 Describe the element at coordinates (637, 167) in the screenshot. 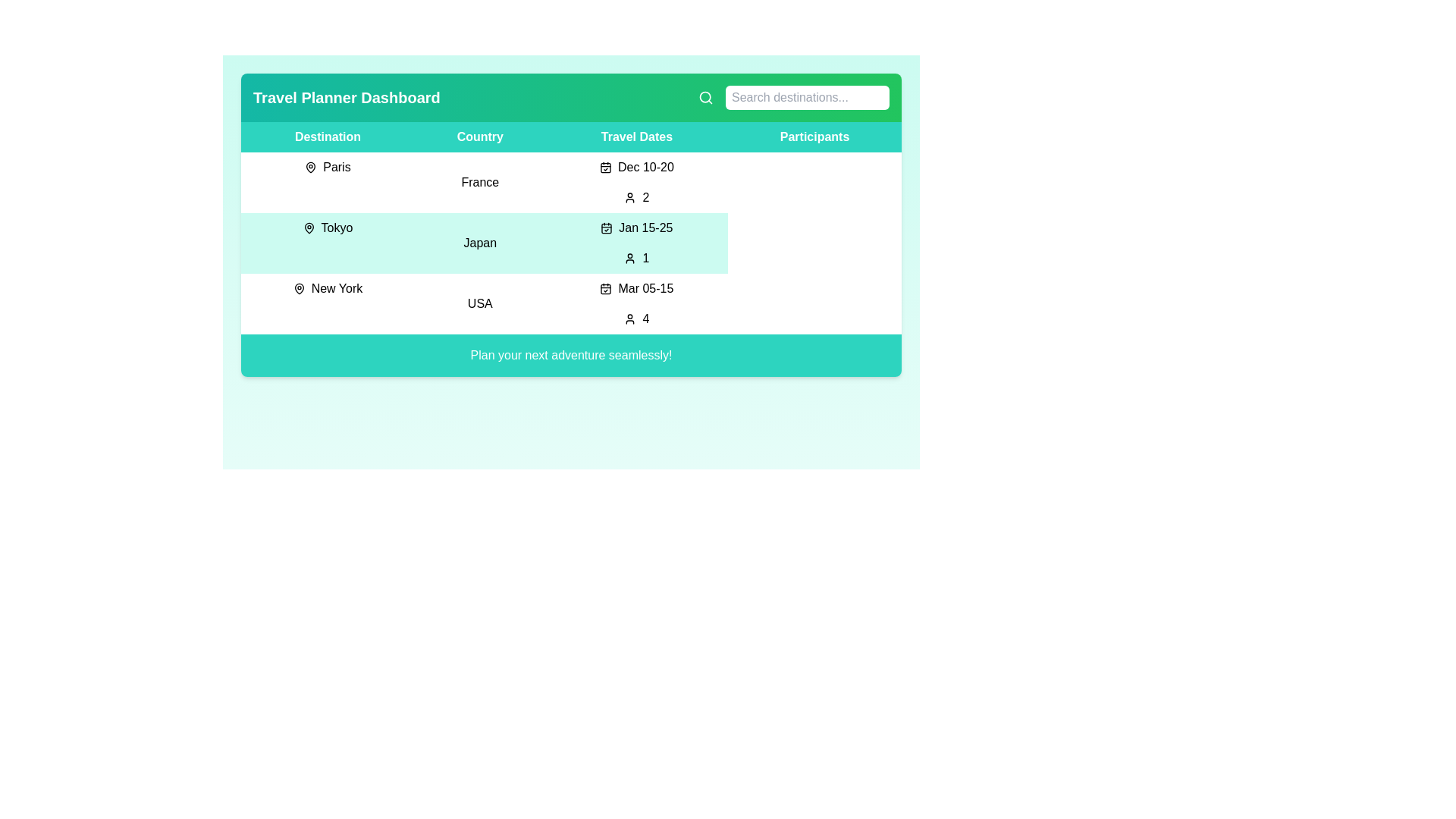

I see `travel dates text for the destination 'Paris' which displays the date range 'Dec 10-20' located in the third column of the first row under the header 'Travel Dates'` at that location.